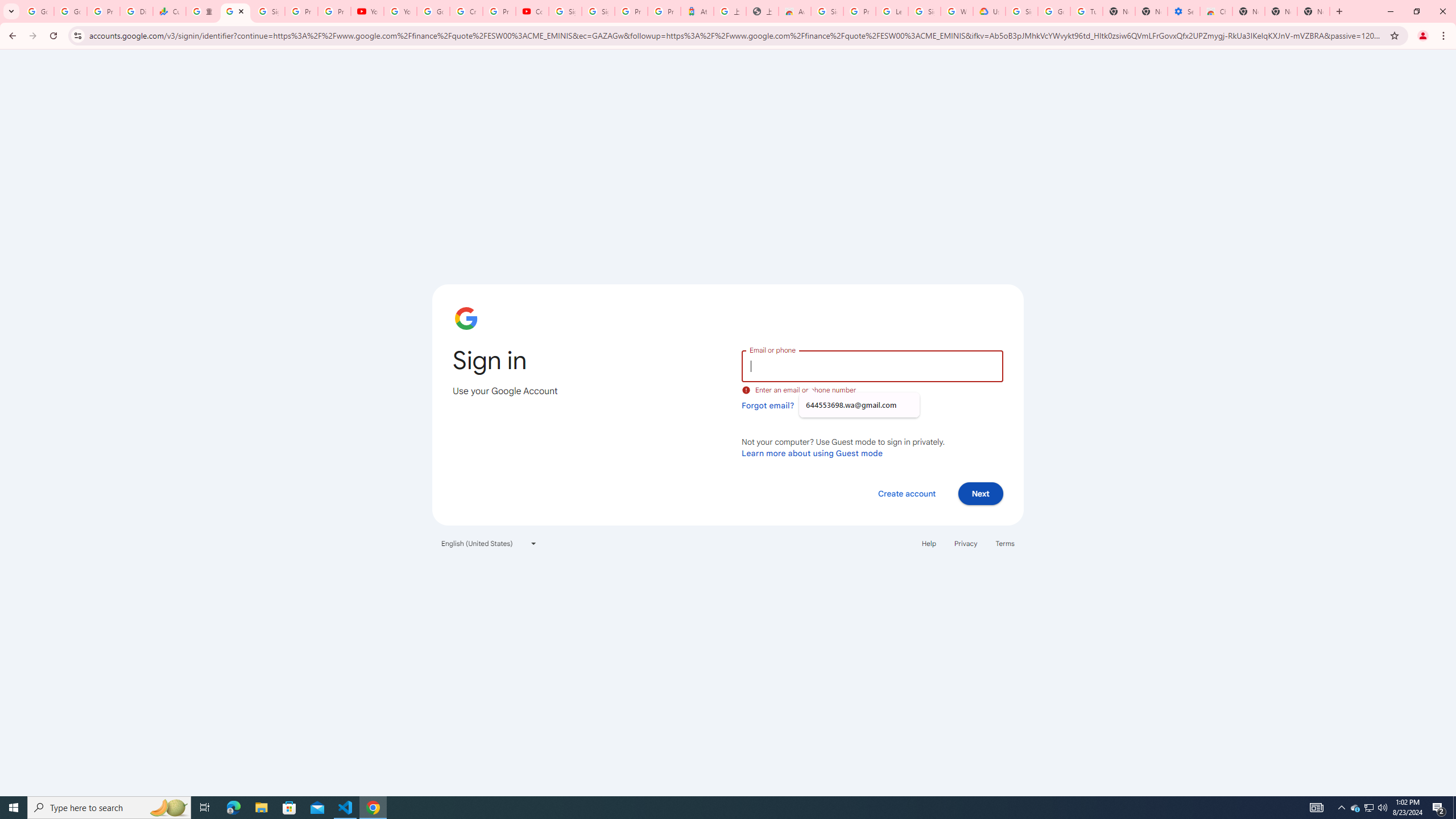 The height and width of the screenshot is (819, 1456). I want to click on 'YouTube', so click(400, 11).